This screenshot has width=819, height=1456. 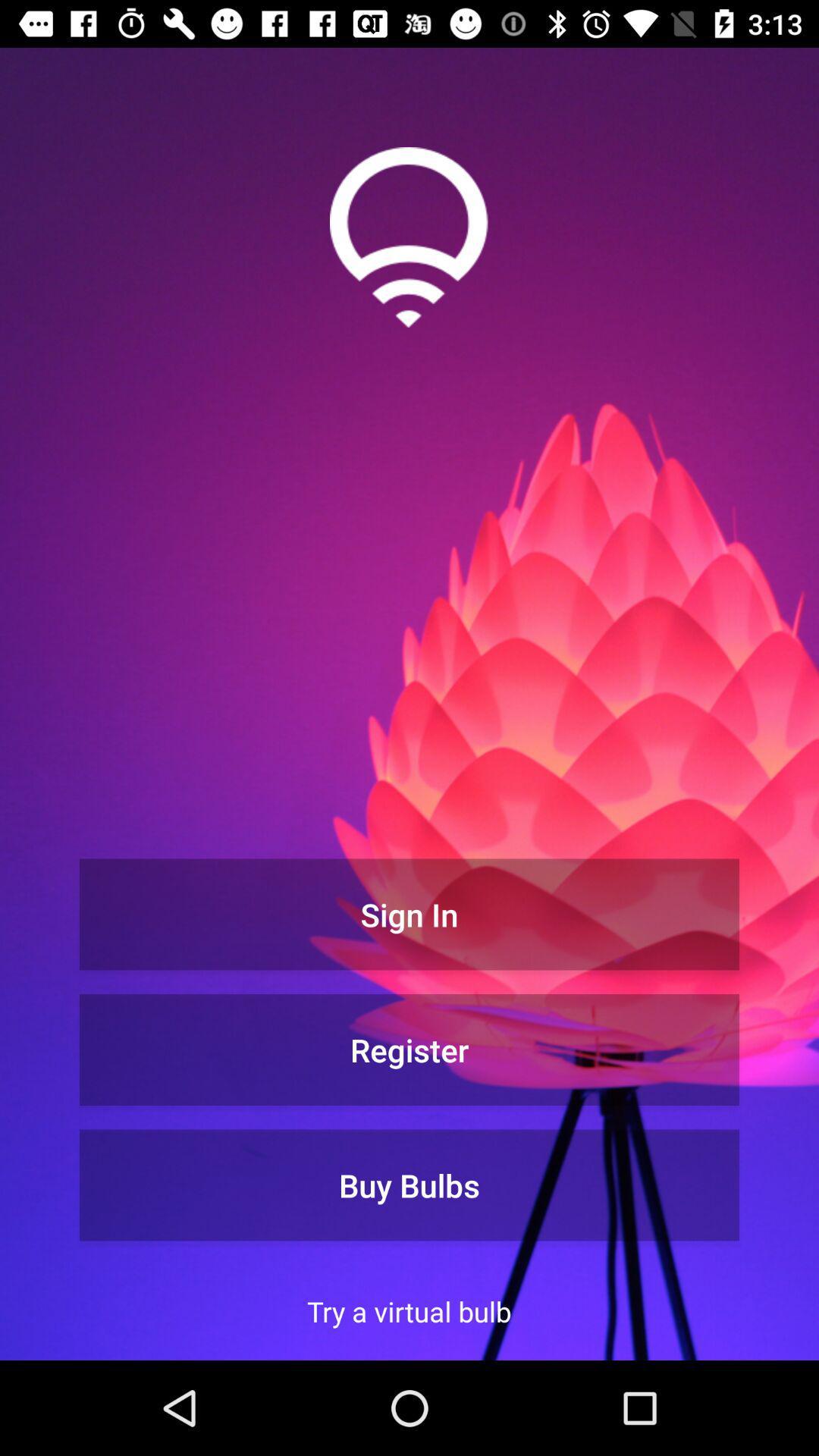 What do you see at coordinates (409, 1185) in the screenshot?
I see `buy bulbs icon` at bounding box center [409, 1185].